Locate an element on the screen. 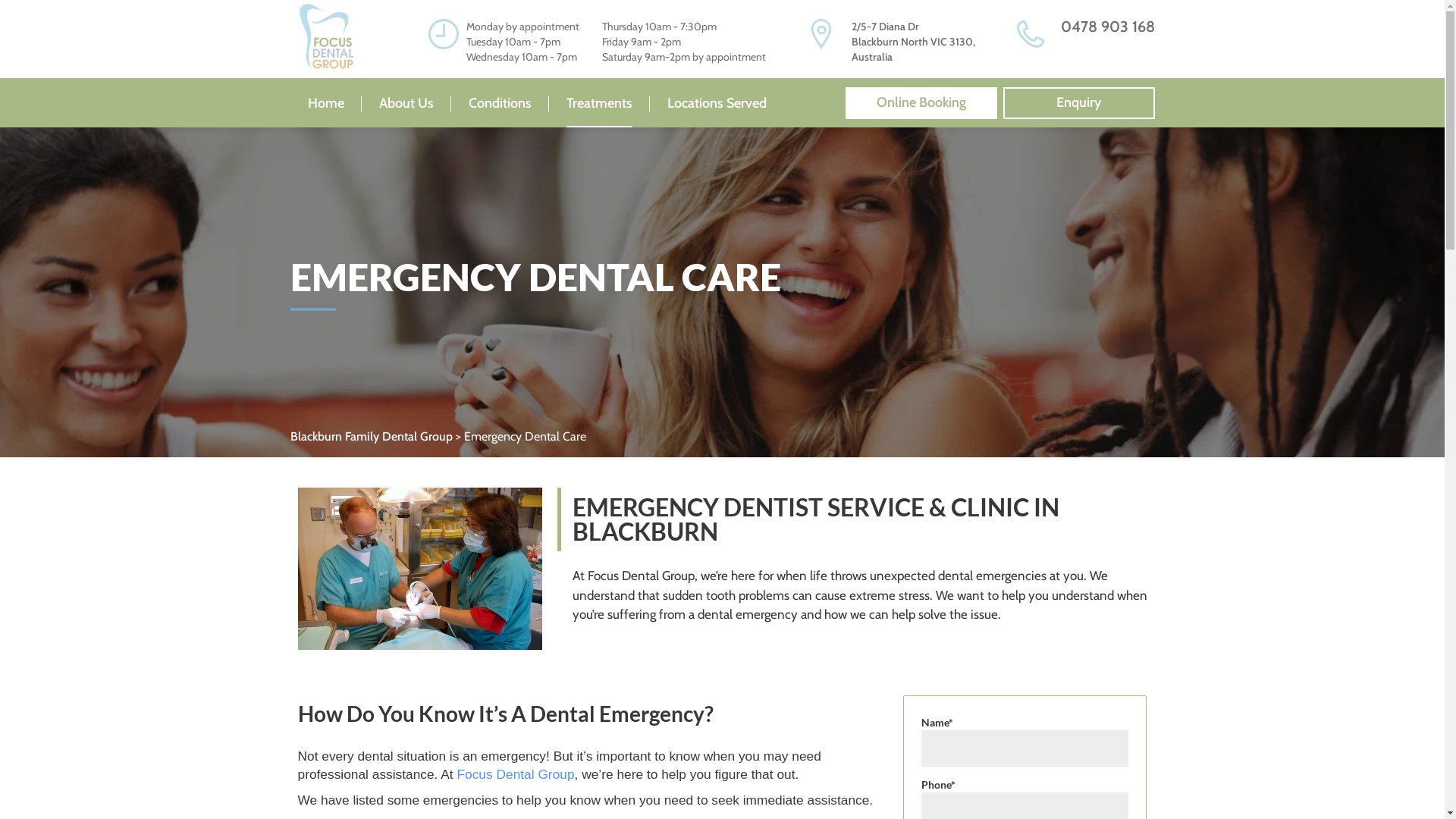 This screenshot has height=819, width=1456. 'About Us' is located at coordinates (406, 102).